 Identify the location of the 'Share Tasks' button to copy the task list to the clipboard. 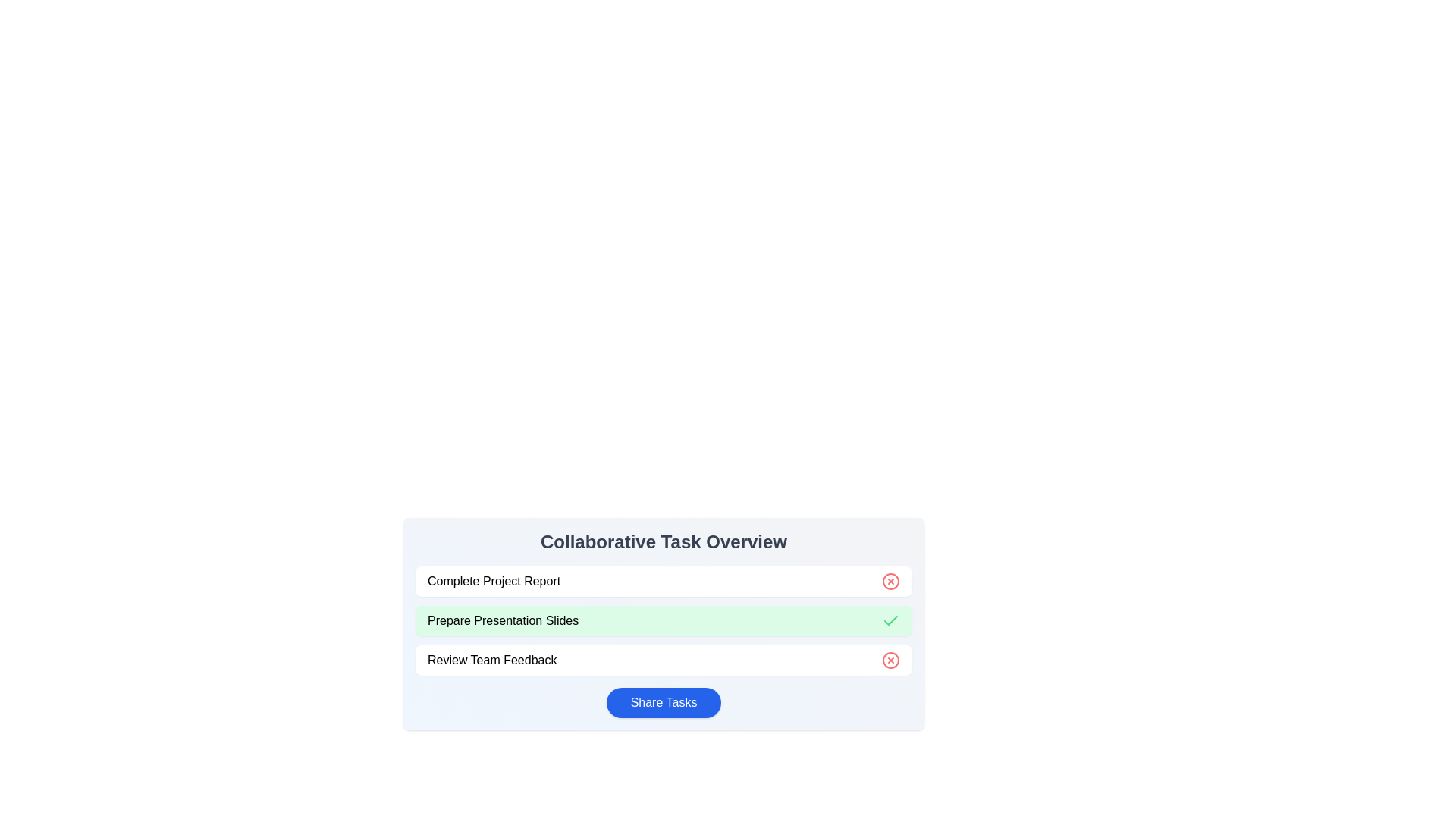
(664, 702).